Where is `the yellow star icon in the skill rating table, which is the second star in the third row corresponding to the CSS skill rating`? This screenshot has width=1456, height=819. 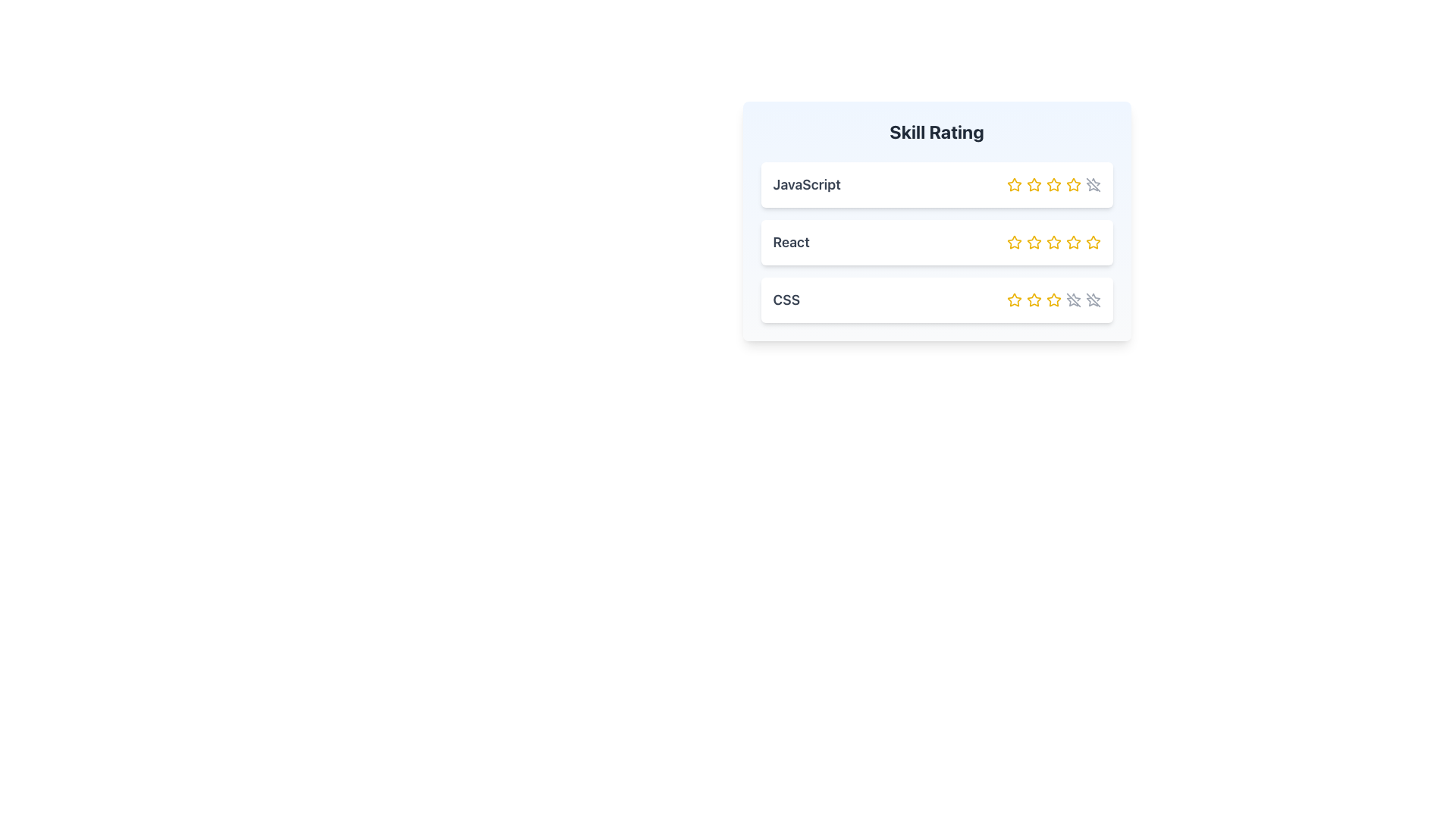
the yellow star icon in the skill rating table, which is the second star in the third row corresponding to the CSS skill rating is located at coordinates (1053, 300).